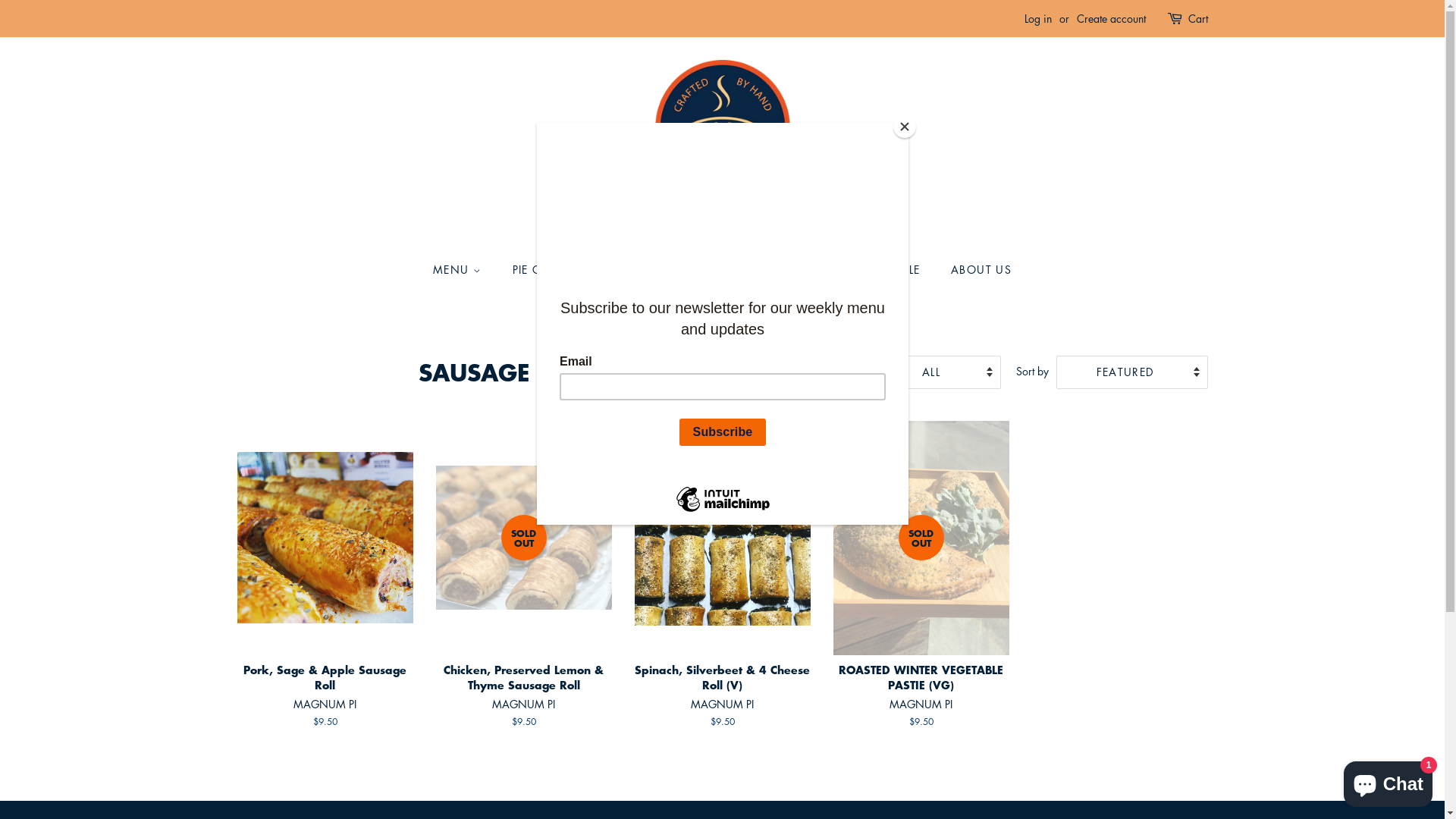  What do you see at coordinates (623, 268) in the screenshot?
I see `'PIE GUIDE & HEATING INSTRUCTIONS'` at bounding box center [623, 268].